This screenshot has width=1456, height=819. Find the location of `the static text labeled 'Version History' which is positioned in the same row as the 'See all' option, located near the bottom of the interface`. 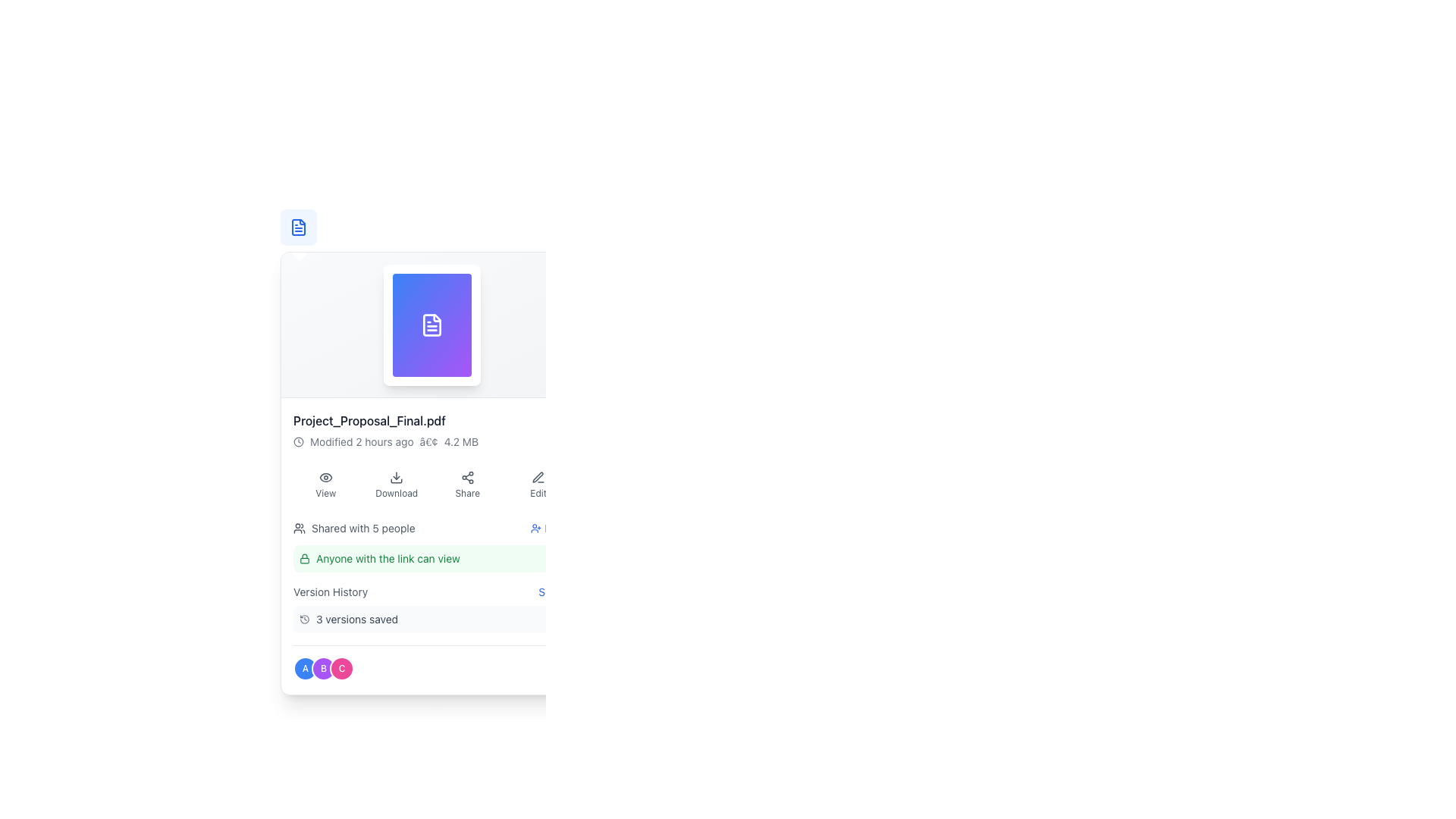

the static text labeled 'Version History' which is positioned in the same row as the 'See all' option, located near the bottom of the interface is located at coordinates (330, 591).